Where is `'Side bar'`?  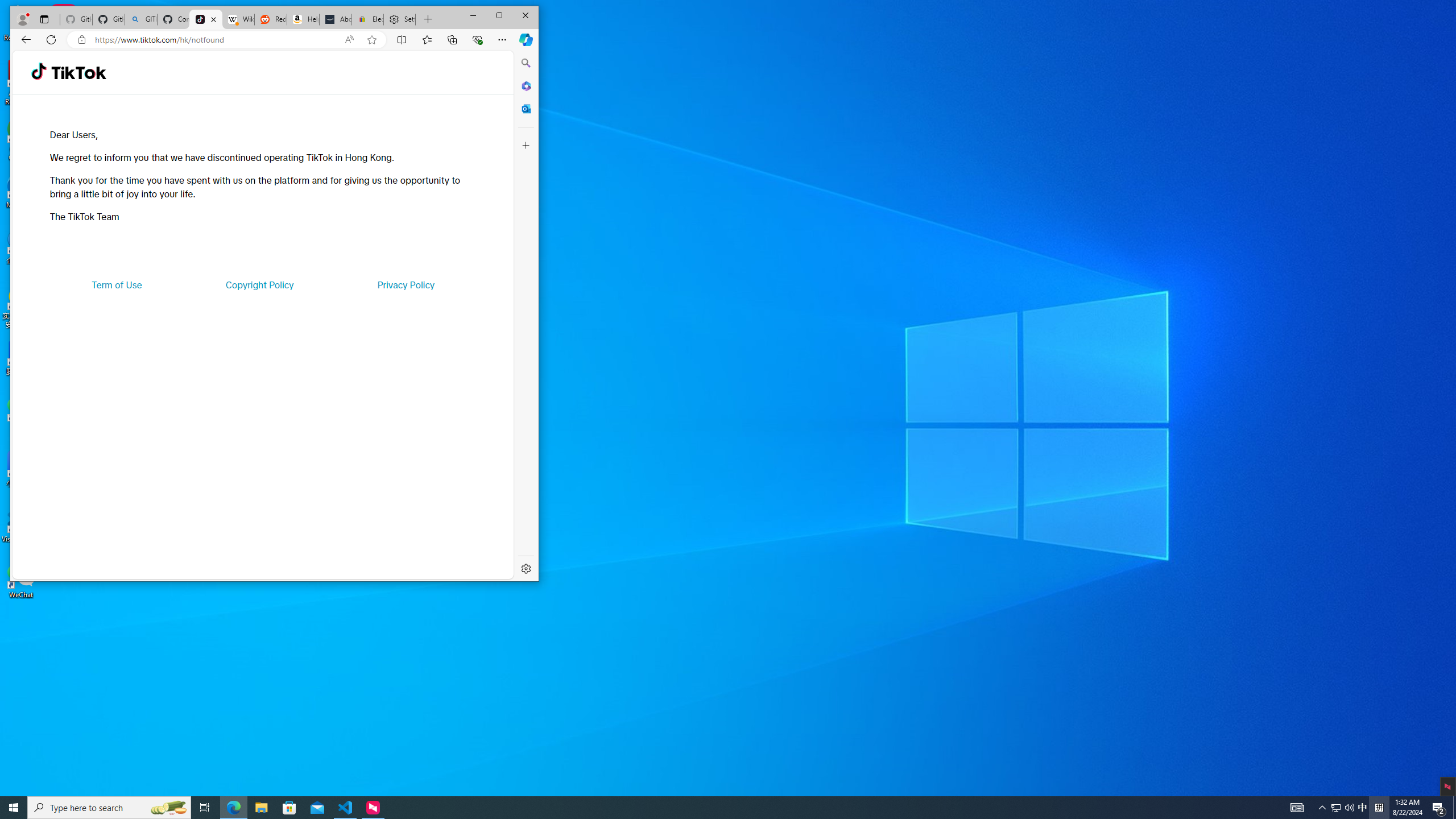
'Side bar' is located at coordinates (526, 316).